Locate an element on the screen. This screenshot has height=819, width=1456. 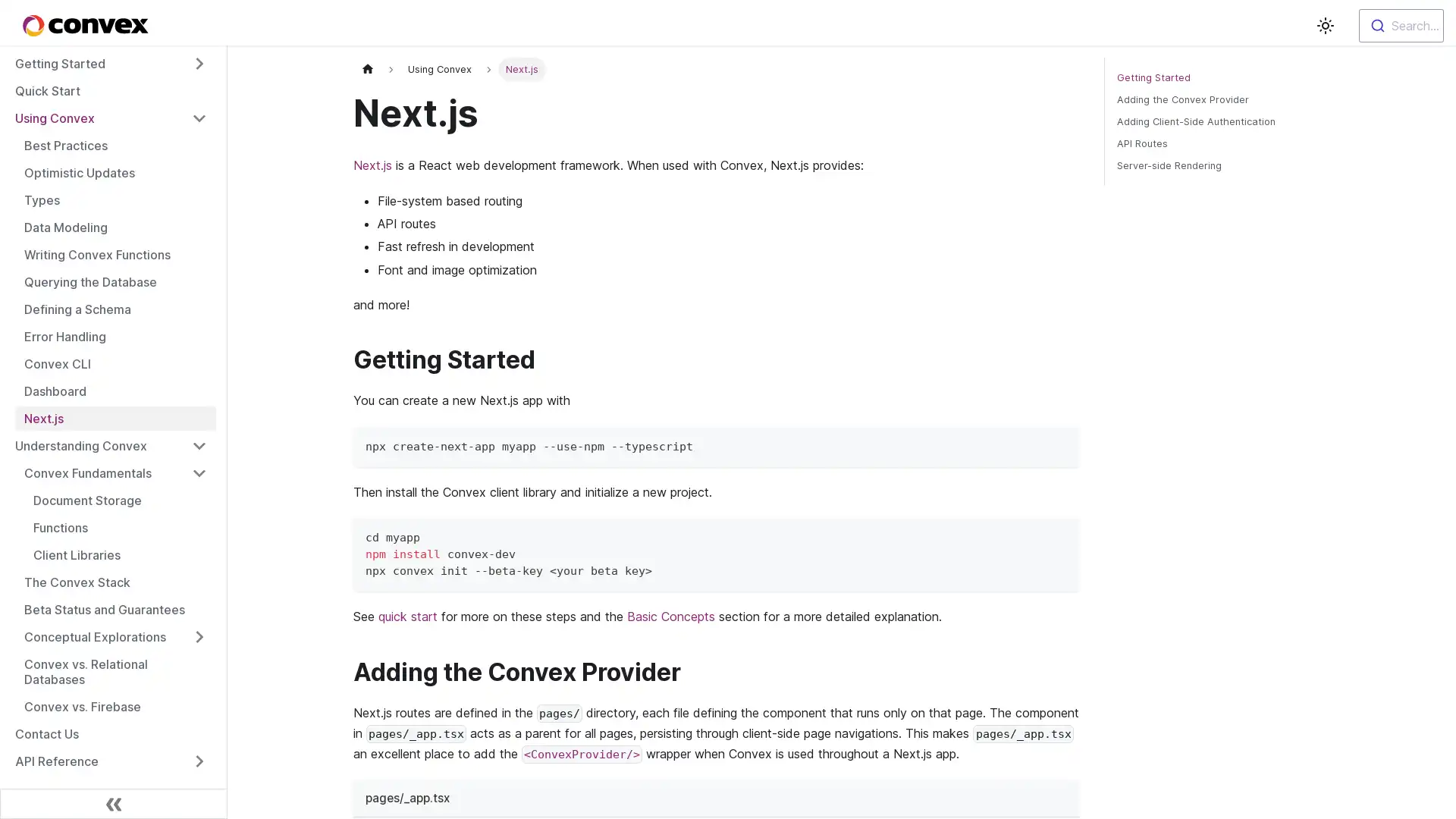
Switch between dark and light mode (currently light mode) is located at coordinates (1324, 26).